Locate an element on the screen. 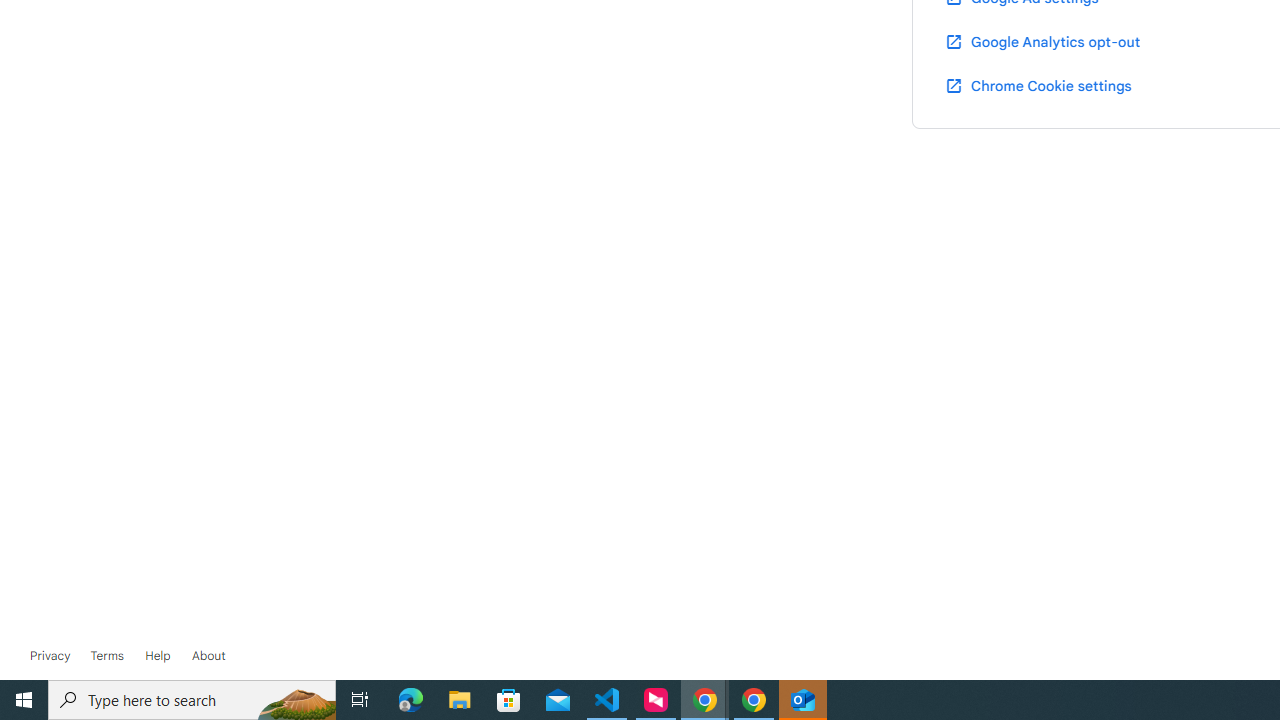 The image size is (1280, 720). 'Chrome Cookie settings' is located at coordinates (1038, 84).